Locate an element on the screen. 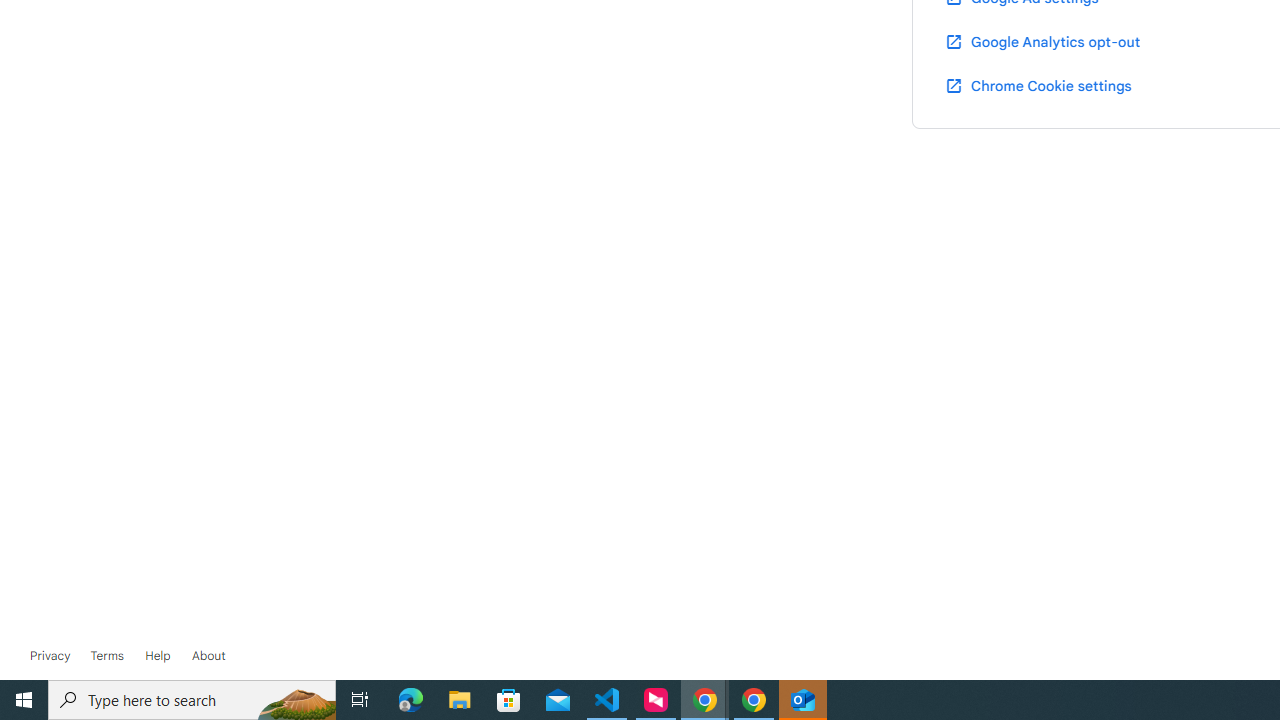 The image size is (1280, 720). 'Chrome Cookie settings' is located at coordinates (1038, 84).